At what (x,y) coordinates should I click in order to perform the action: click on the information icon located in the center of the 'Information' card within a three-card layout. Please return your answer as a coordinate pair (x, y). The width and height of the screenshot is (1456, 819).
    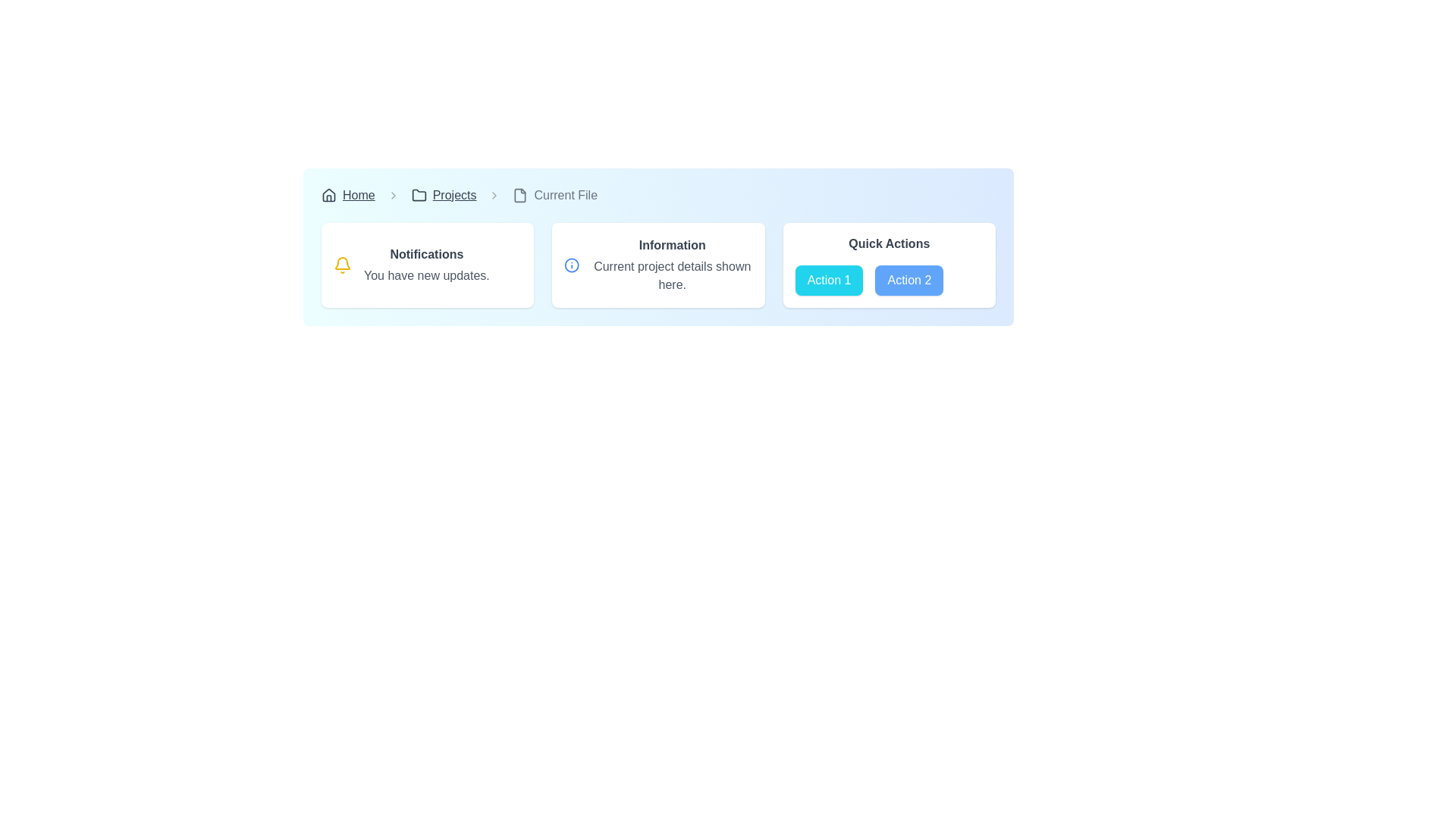
    Looking at the image, I should click on (571, 265).